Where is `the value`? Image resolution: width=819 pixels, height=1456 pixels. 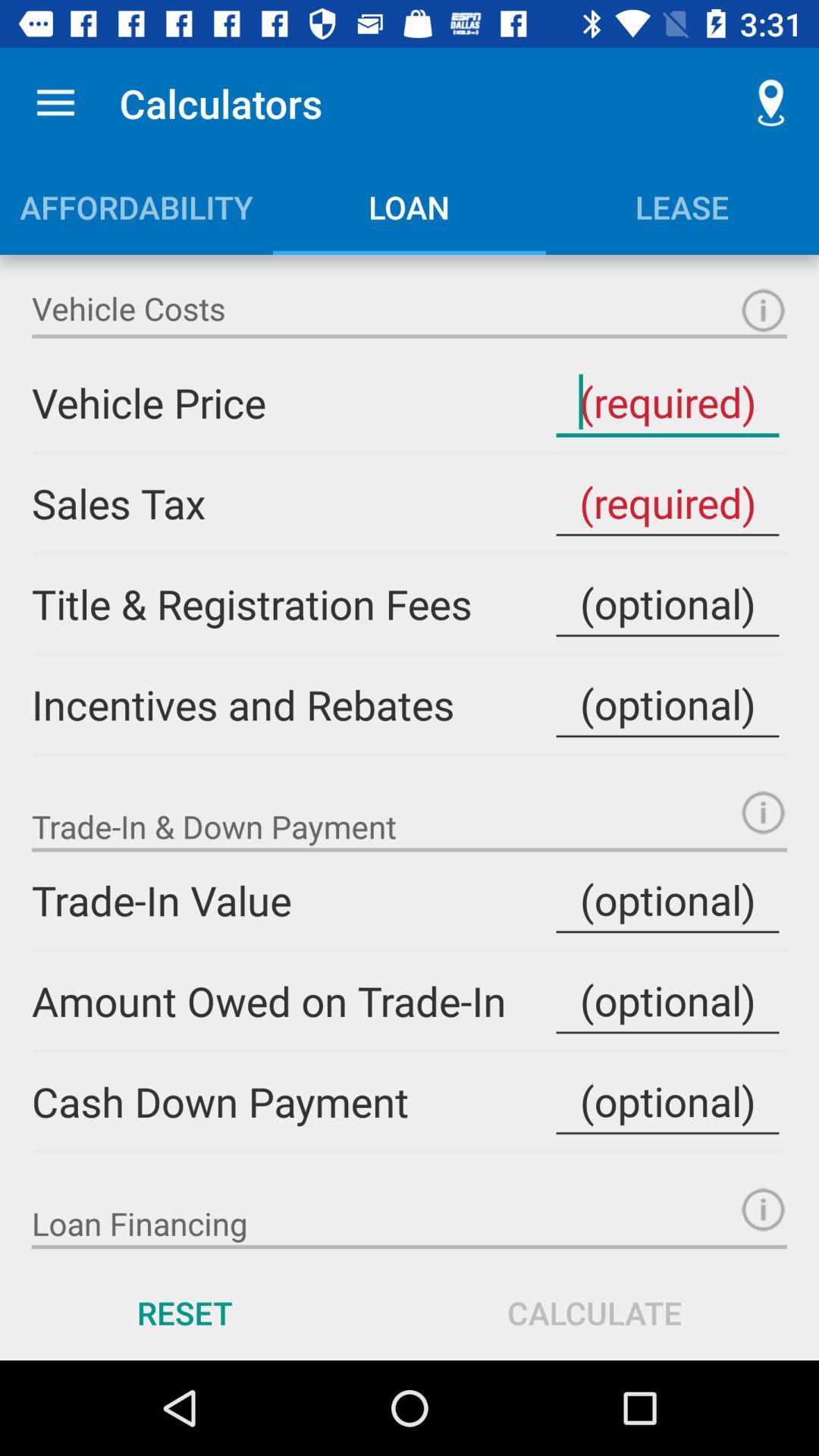 the value is located at coordinates (667, 1001).